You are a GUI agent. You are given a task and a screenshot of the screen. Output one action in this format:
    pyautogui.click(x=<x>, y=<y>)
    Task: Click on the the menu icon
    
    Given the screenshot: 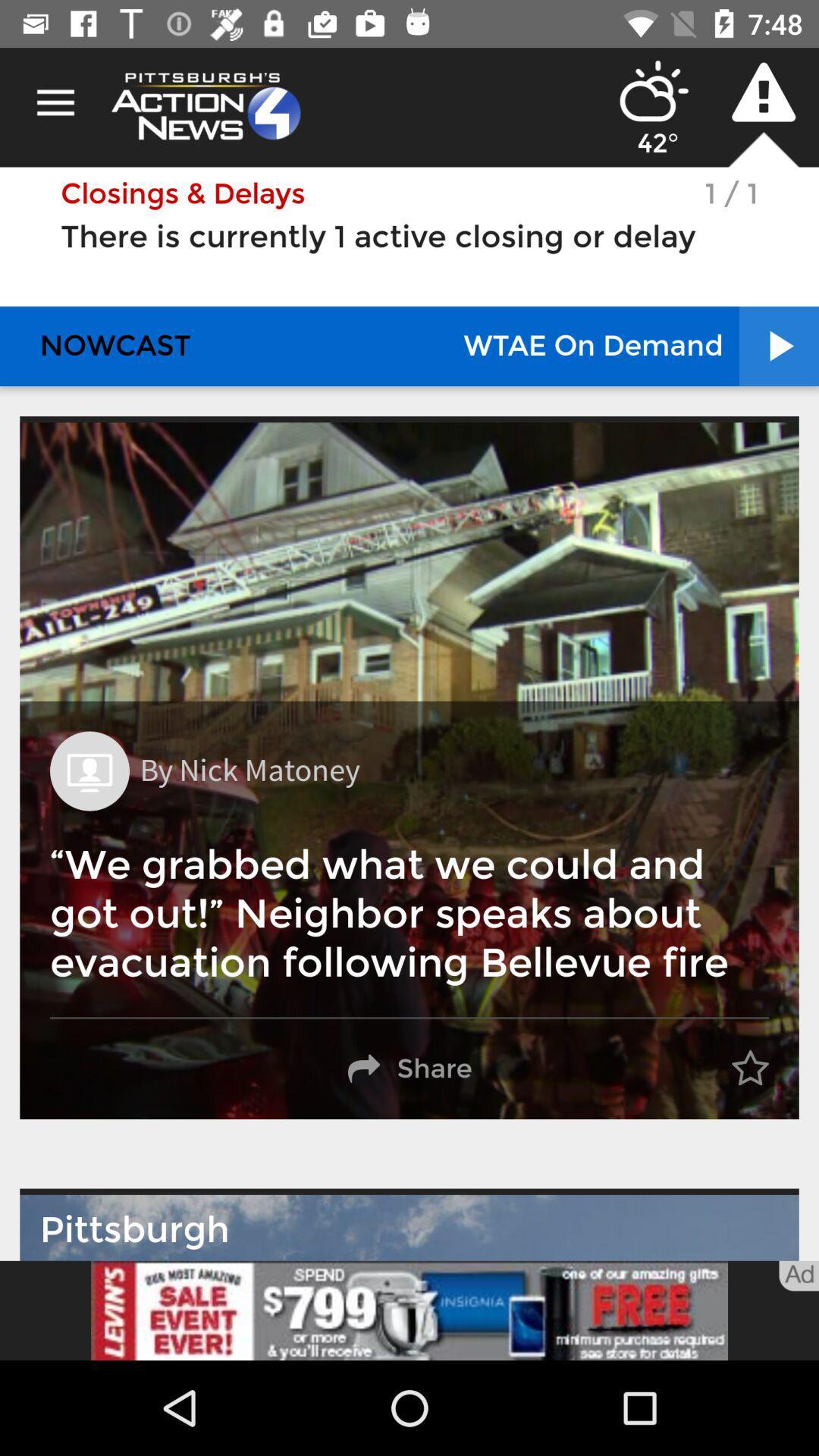 What is the action you would take?
    pyautogui.click(x=55, y=102)
    